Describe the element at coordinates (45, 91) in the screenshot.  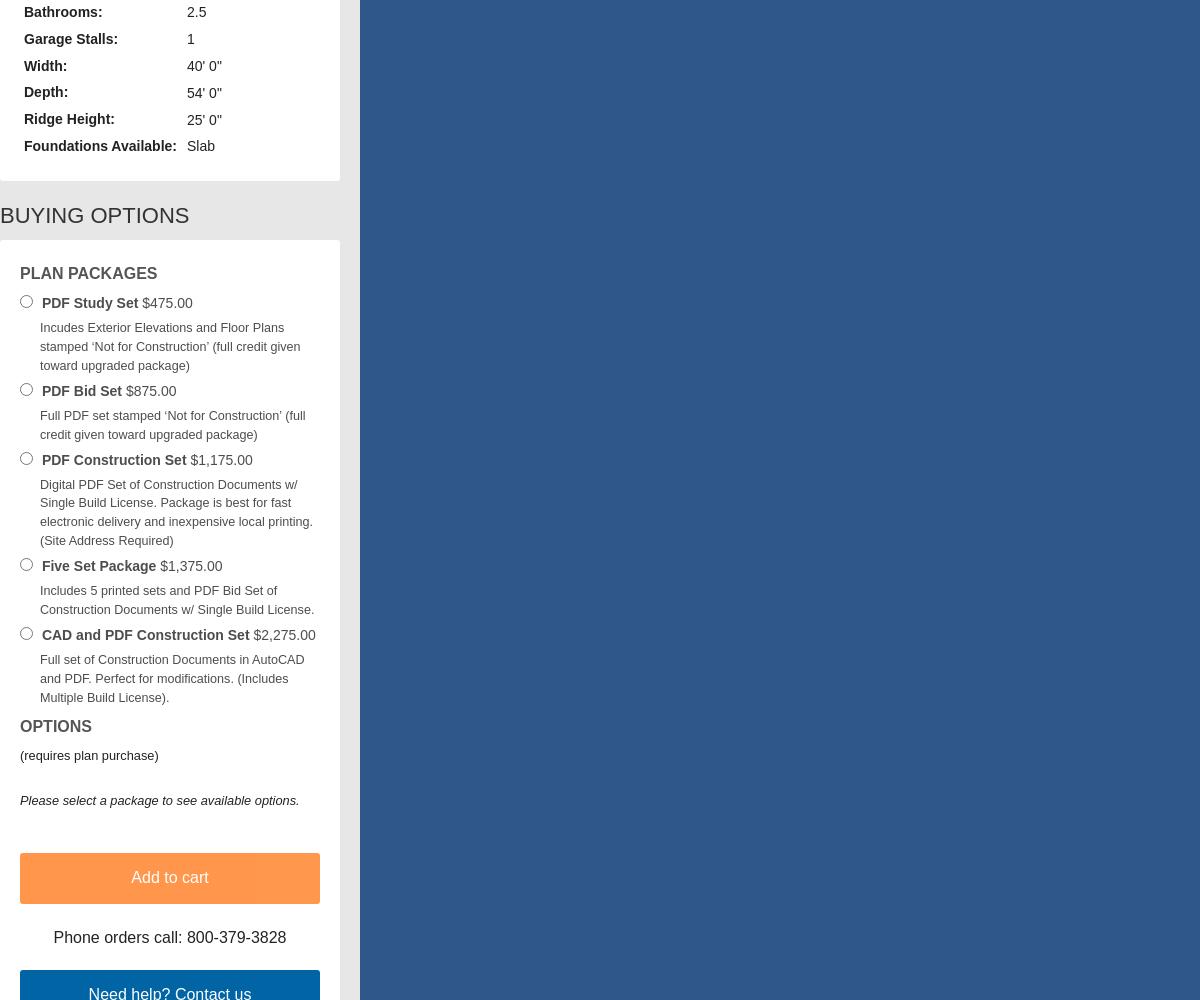
I see `'Depth:'` at that location.